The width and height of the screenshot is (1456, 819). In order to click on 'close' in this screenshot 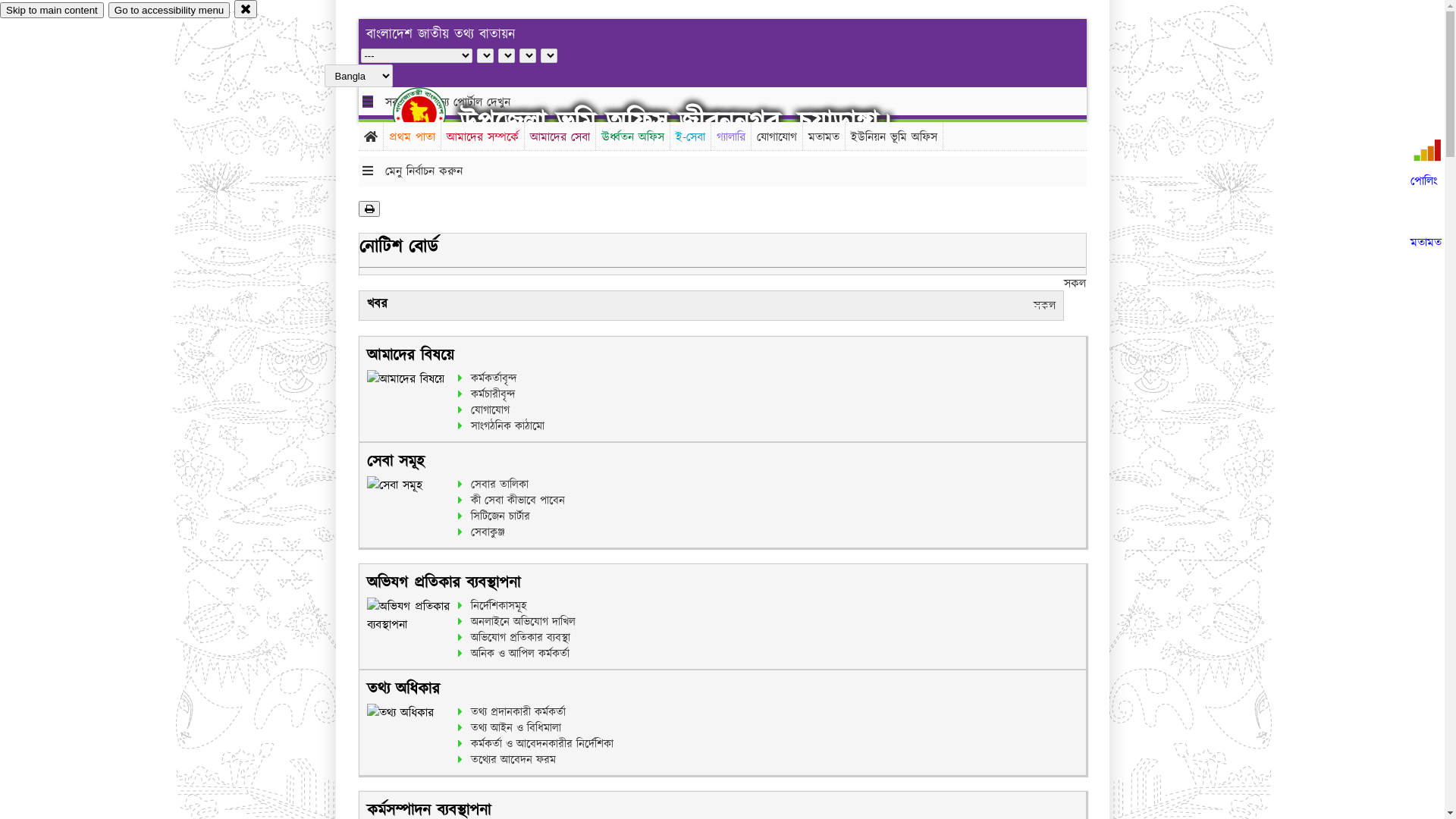, I will do `click(233, 8)`.